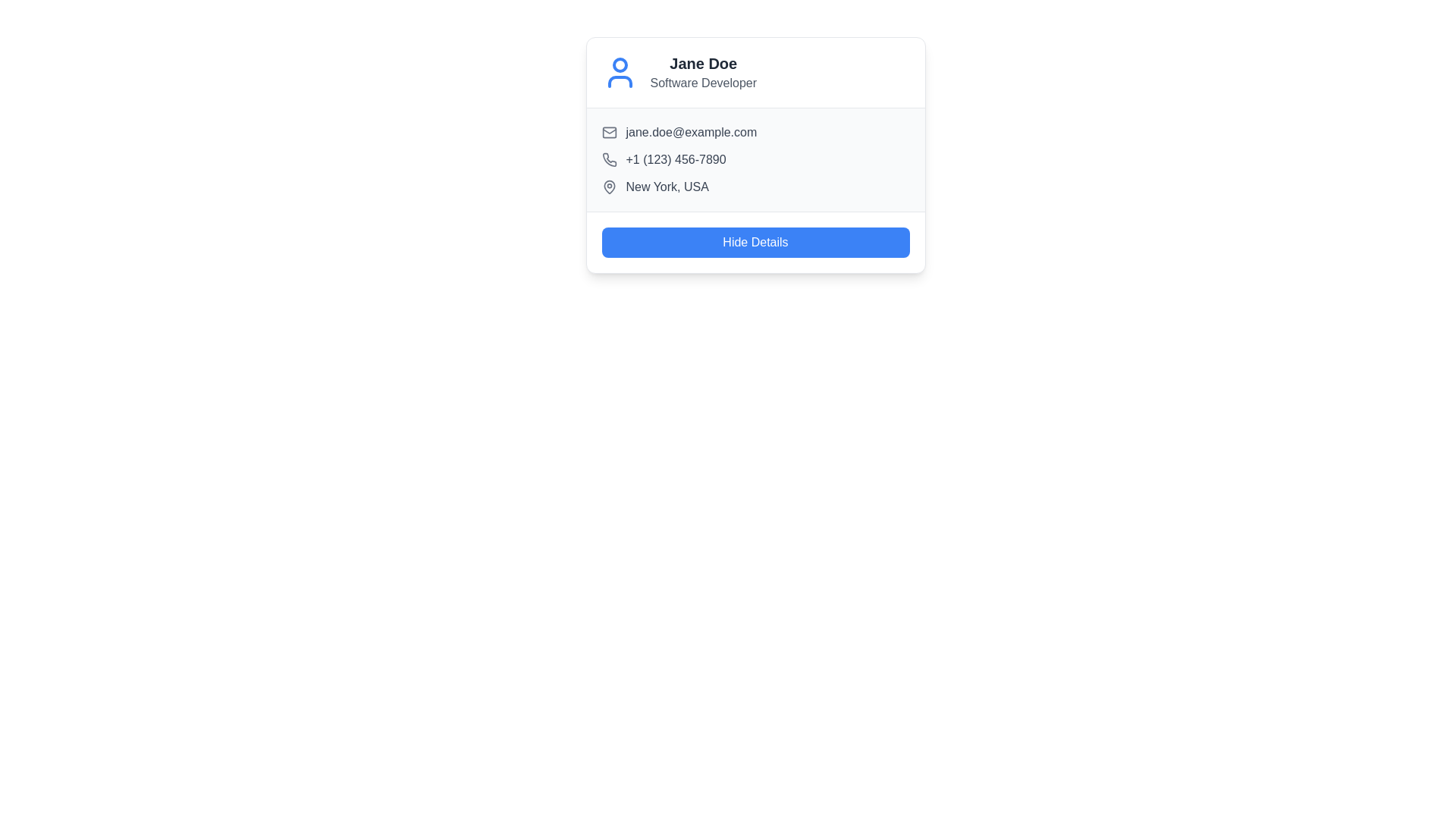 The image size is (1456, 819). I want to click on the email icon that precedes the email address 'jane.doe@example.com' for context, so click(609, 131).